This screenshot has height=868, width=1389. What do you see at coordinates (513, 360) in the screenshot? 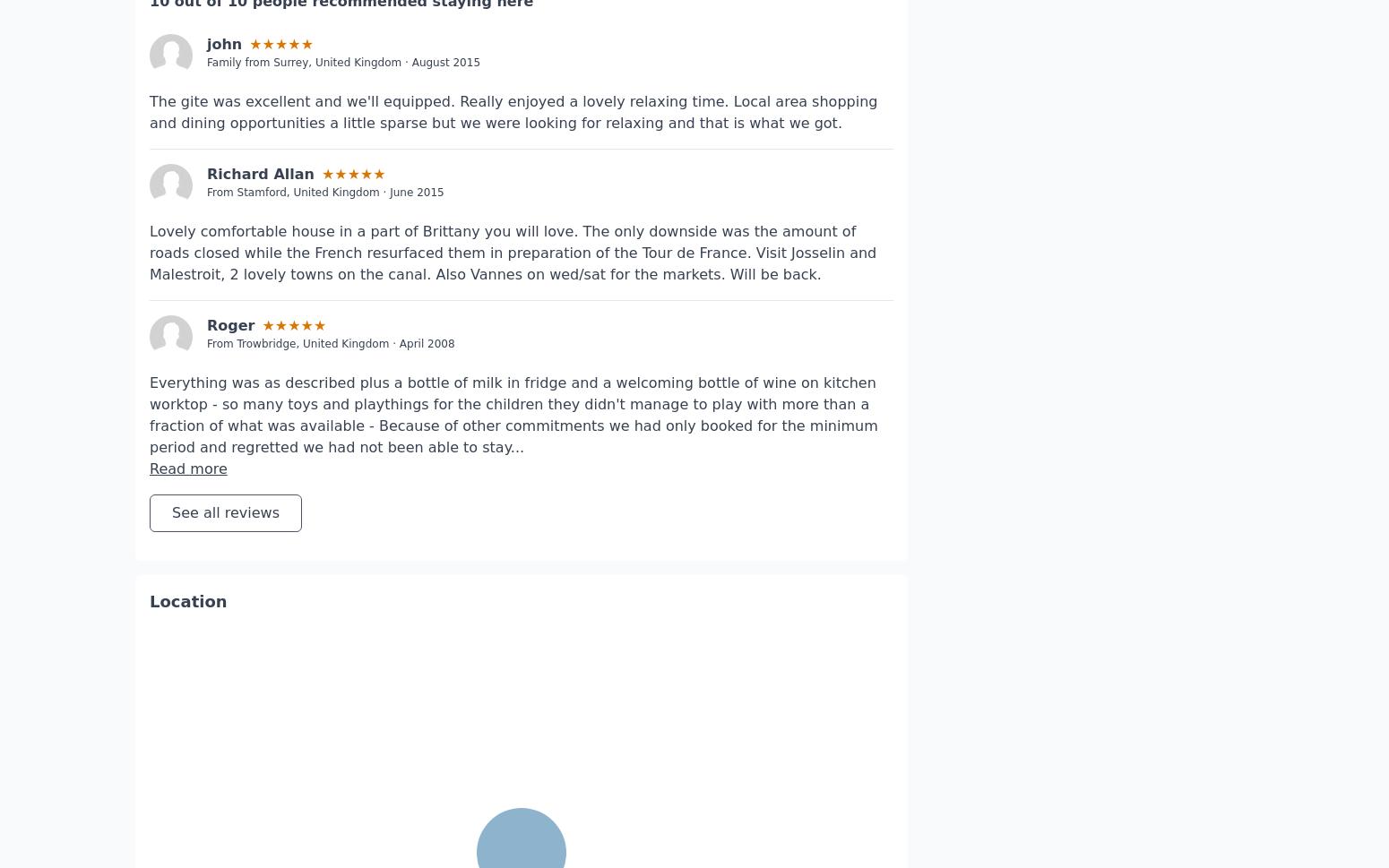
I see `'Everything was as described plus a bottle of milk in fridge and a welcoming bottle of wine on kitchen worktop - so many toys and playthings for the children they didn't manage to play with more than a fraction of what was available - Because of other commitments we had only booked for the minimum period and regretted we had not been able to stay...'` at bounding box center [513, 360].